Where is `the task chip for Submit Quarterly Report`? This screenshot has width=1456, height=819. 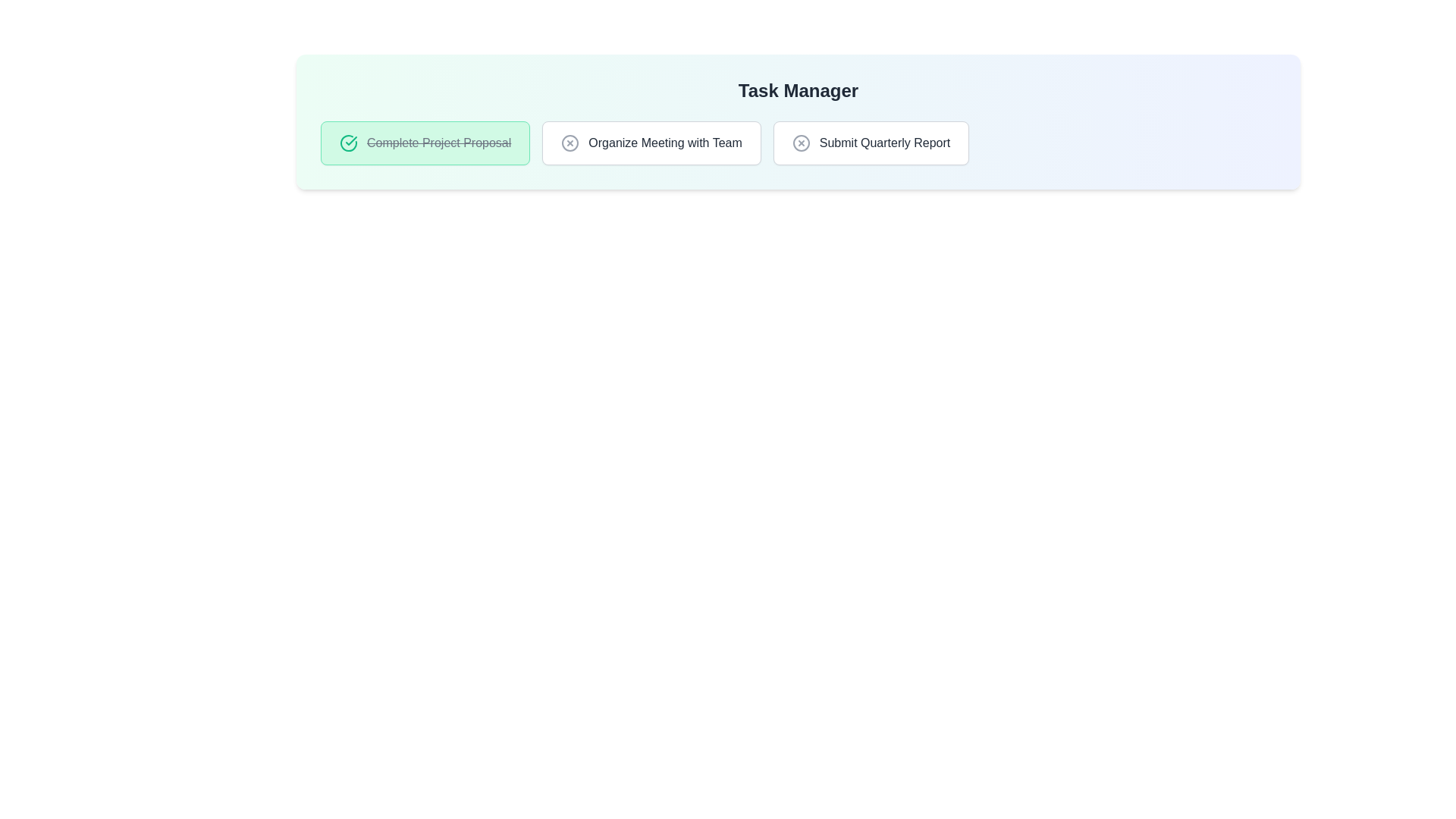
the task chip for Submit Quarterly Report is located at coordinates (871, 143).